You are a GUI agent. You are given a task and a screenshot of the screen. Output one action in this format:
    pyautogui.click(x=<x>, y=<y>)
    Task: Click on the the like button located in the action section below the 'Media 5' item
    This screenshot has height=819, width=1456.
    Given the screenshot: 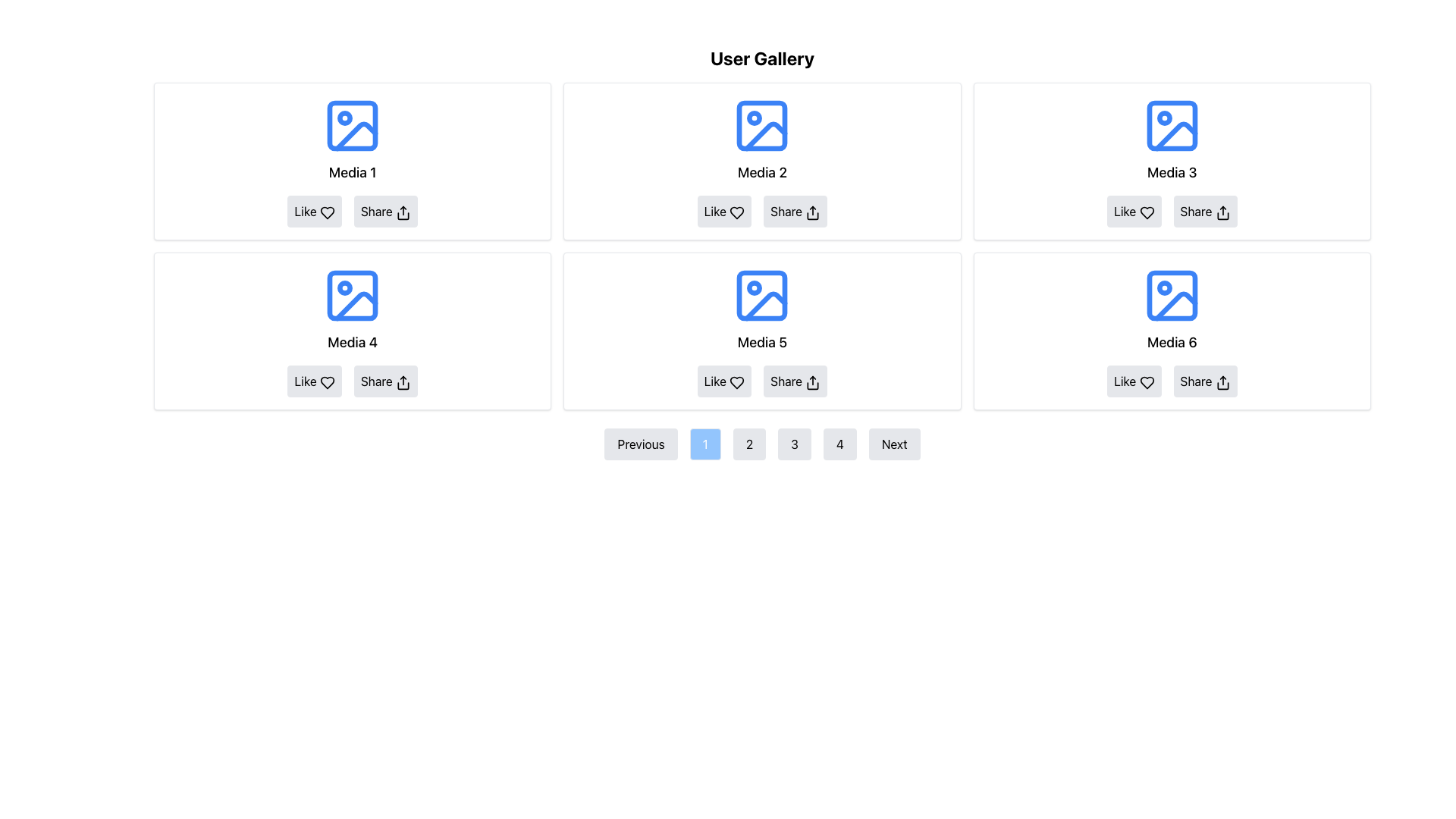 What is the action you would take?
    pyautogui.click(x=723, y=380)
    